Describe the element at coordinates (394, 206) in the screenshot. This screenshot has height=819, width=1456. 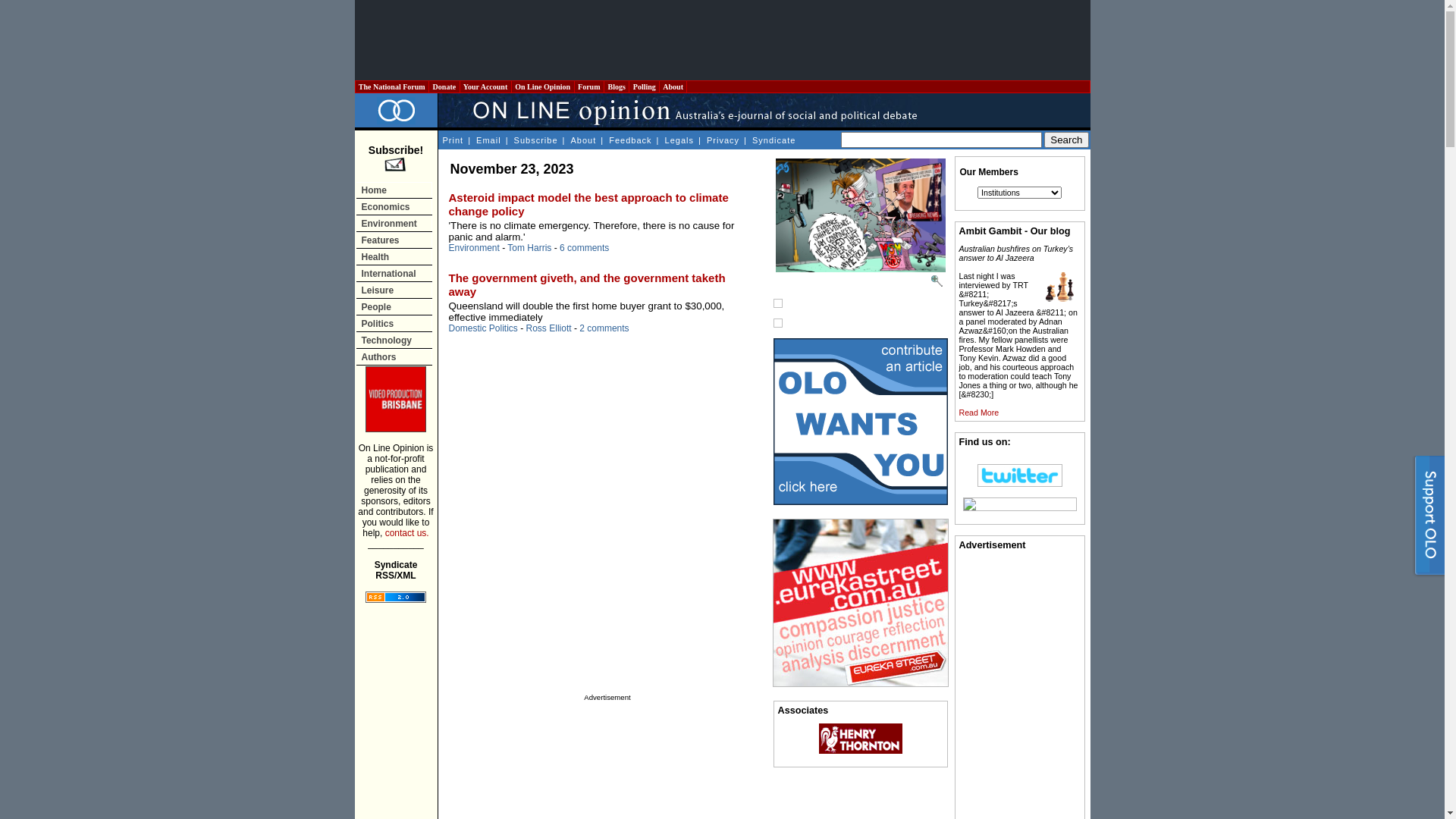
I see `'Economics'` at that location.